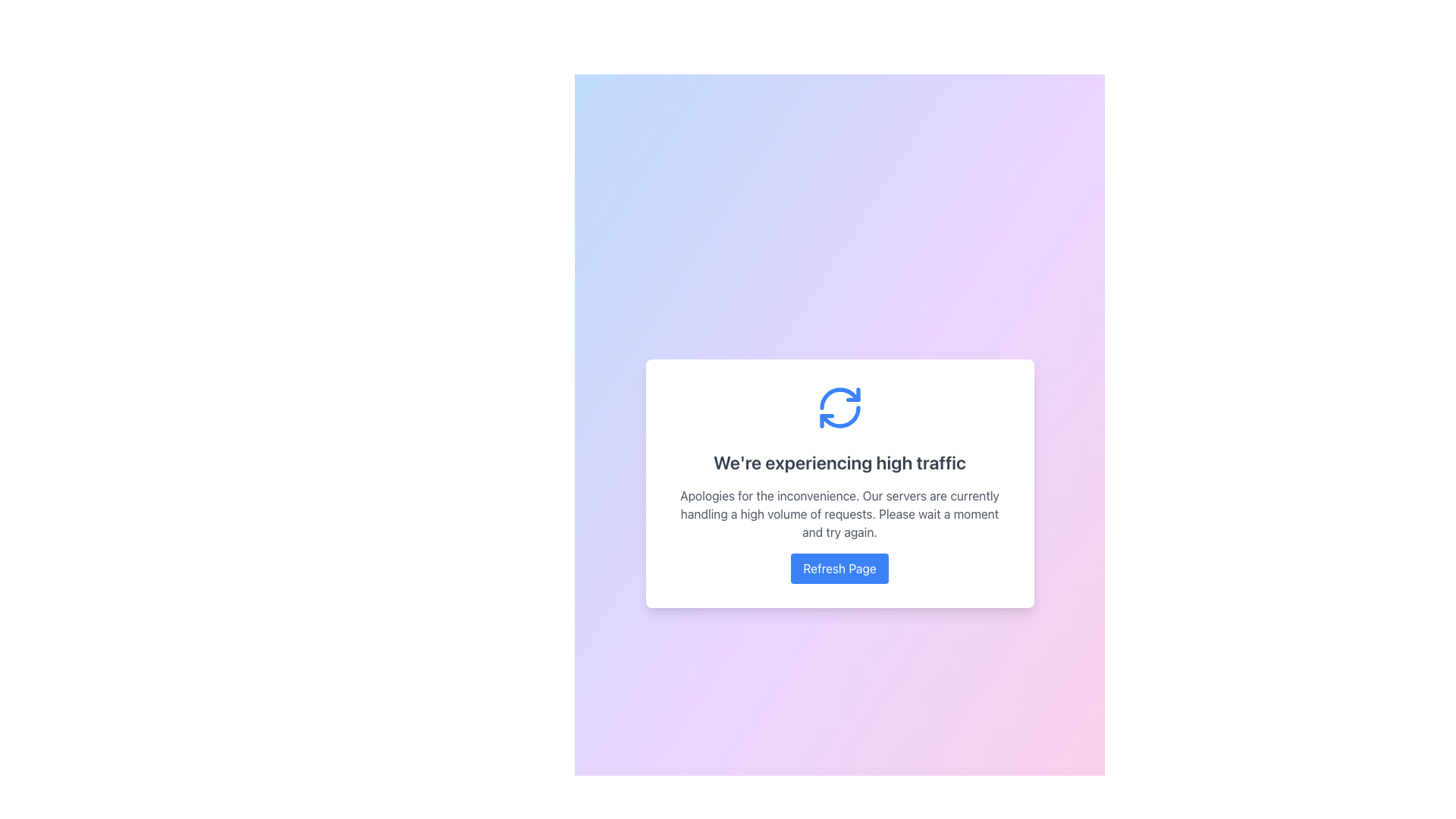  Describe the element at coordinates (839, 406) in the screenshot. I see `the graphical refresh icon represented by two circular arrows in blue, located just below the top margin of the dialog box` at that location.